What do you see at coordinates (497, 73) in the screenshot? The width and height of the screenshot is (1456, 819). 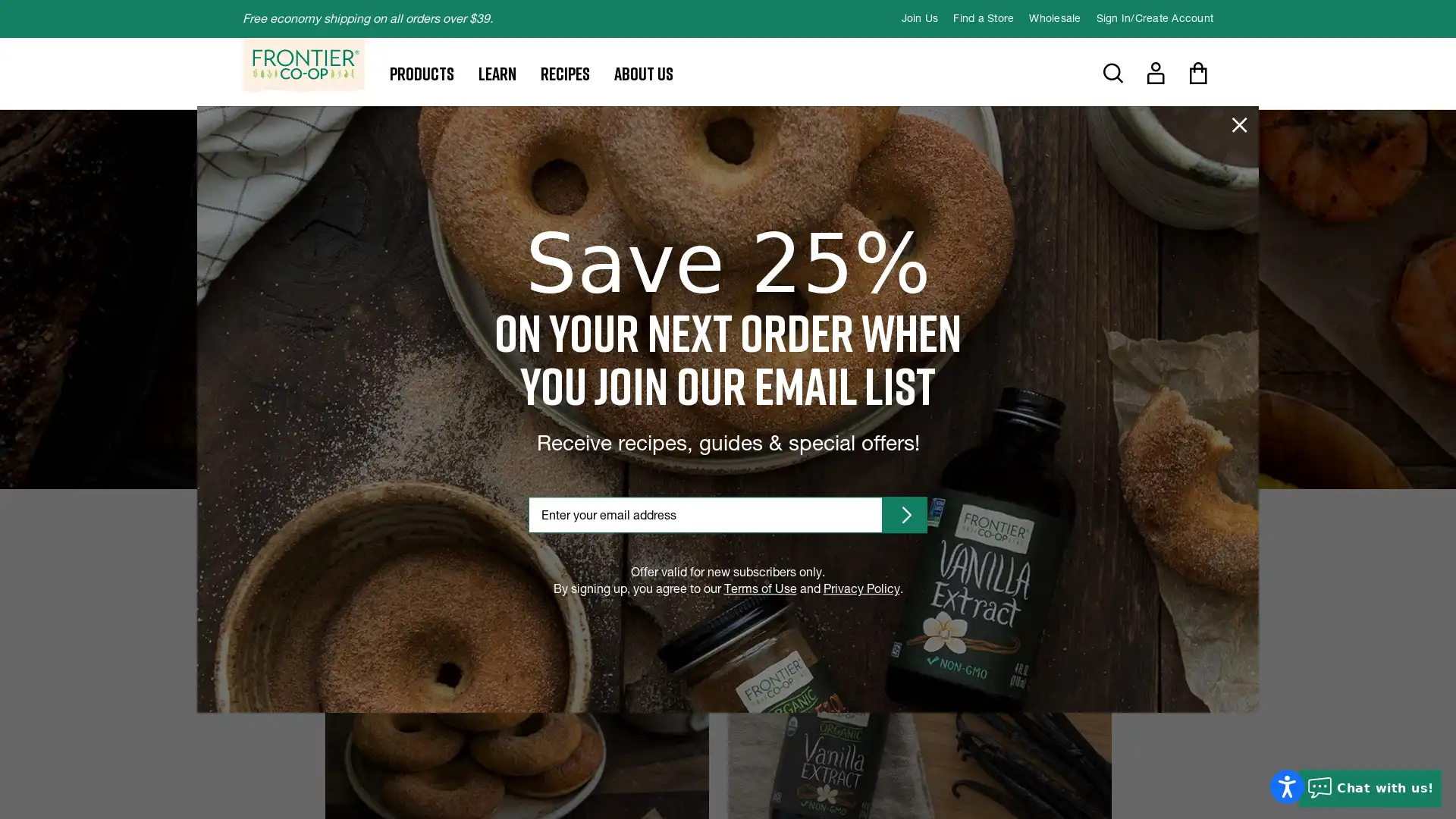 I see `Learn` at bounding box center [497, 73].